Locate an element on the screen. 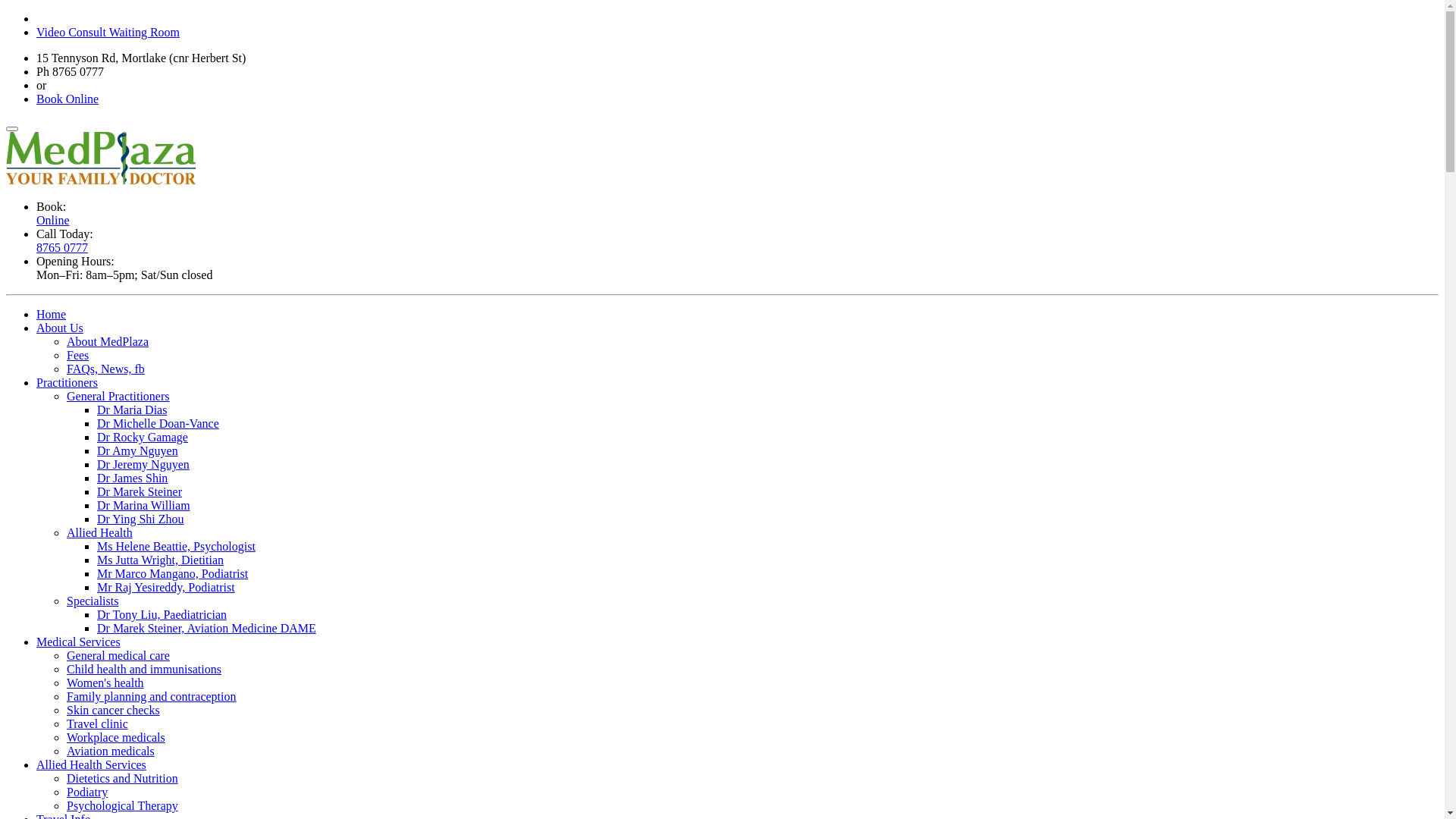 The image size is (1456, 819). 'Workplace medicals' is located at coordinates (65, 736).